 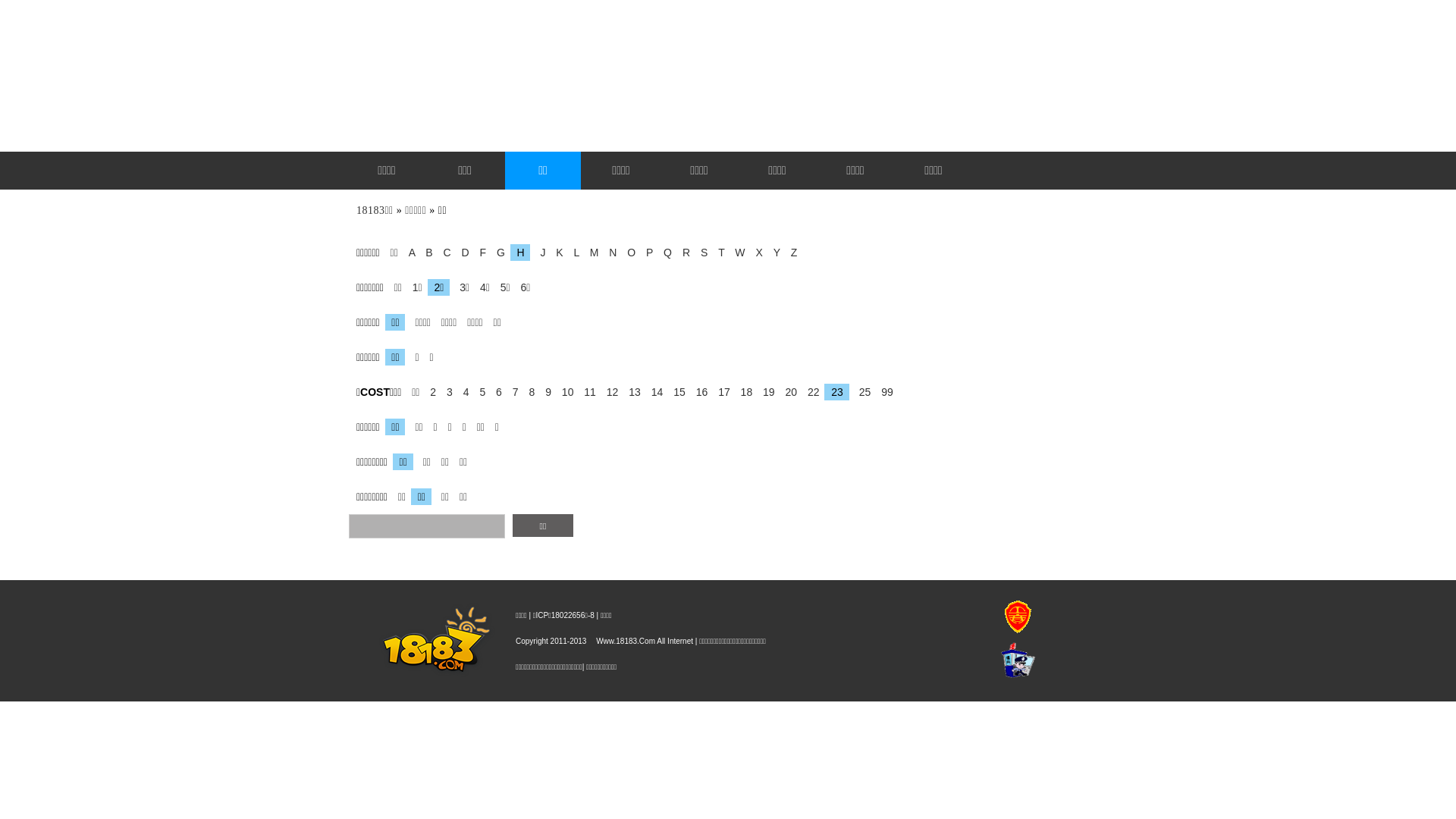 What do you see at coordinates (736, 251) in the screenshot?
I see `'W'` at bounding box center [736, 251].